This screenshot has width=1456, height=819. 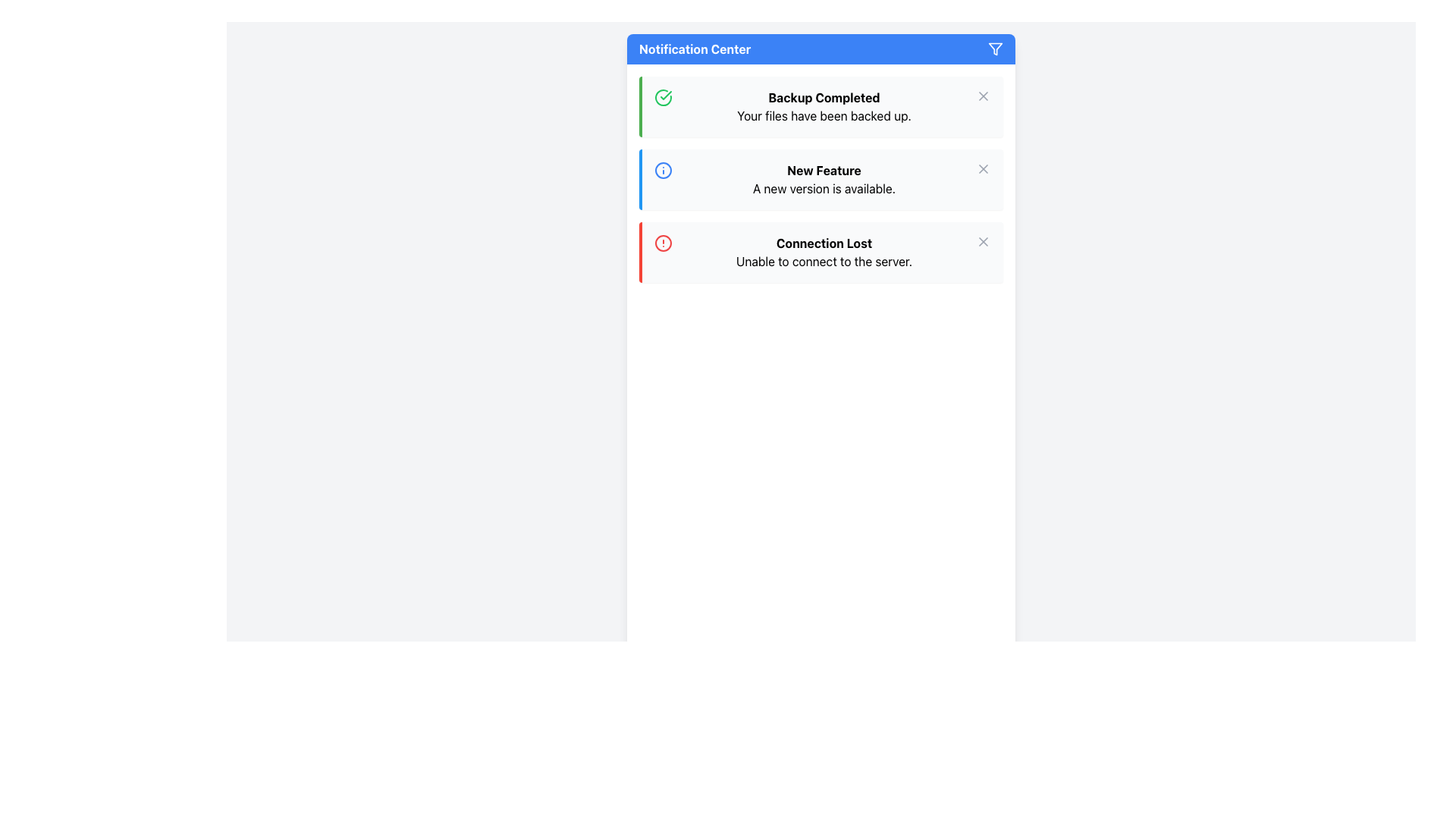 What do you see at coordinates (823, 170) in the screenshot?
I see `the 'New Feature' text label, which is in bold font, black color, and part of the second notification item in the notification panel` at bounding box center [823, 170].